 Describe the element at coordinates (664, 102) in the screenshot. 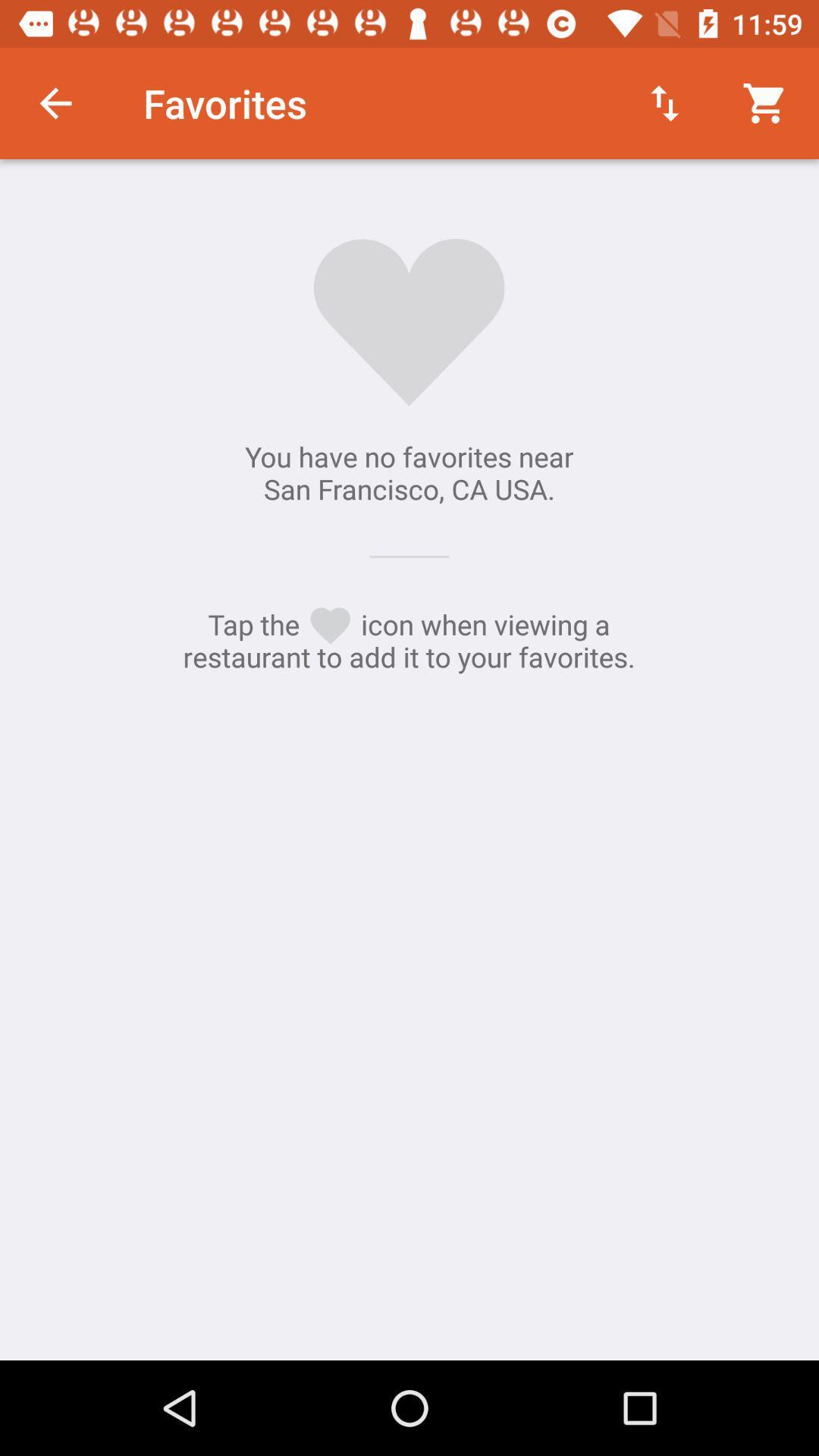

I see `the icon above the you have no icon` at that location.